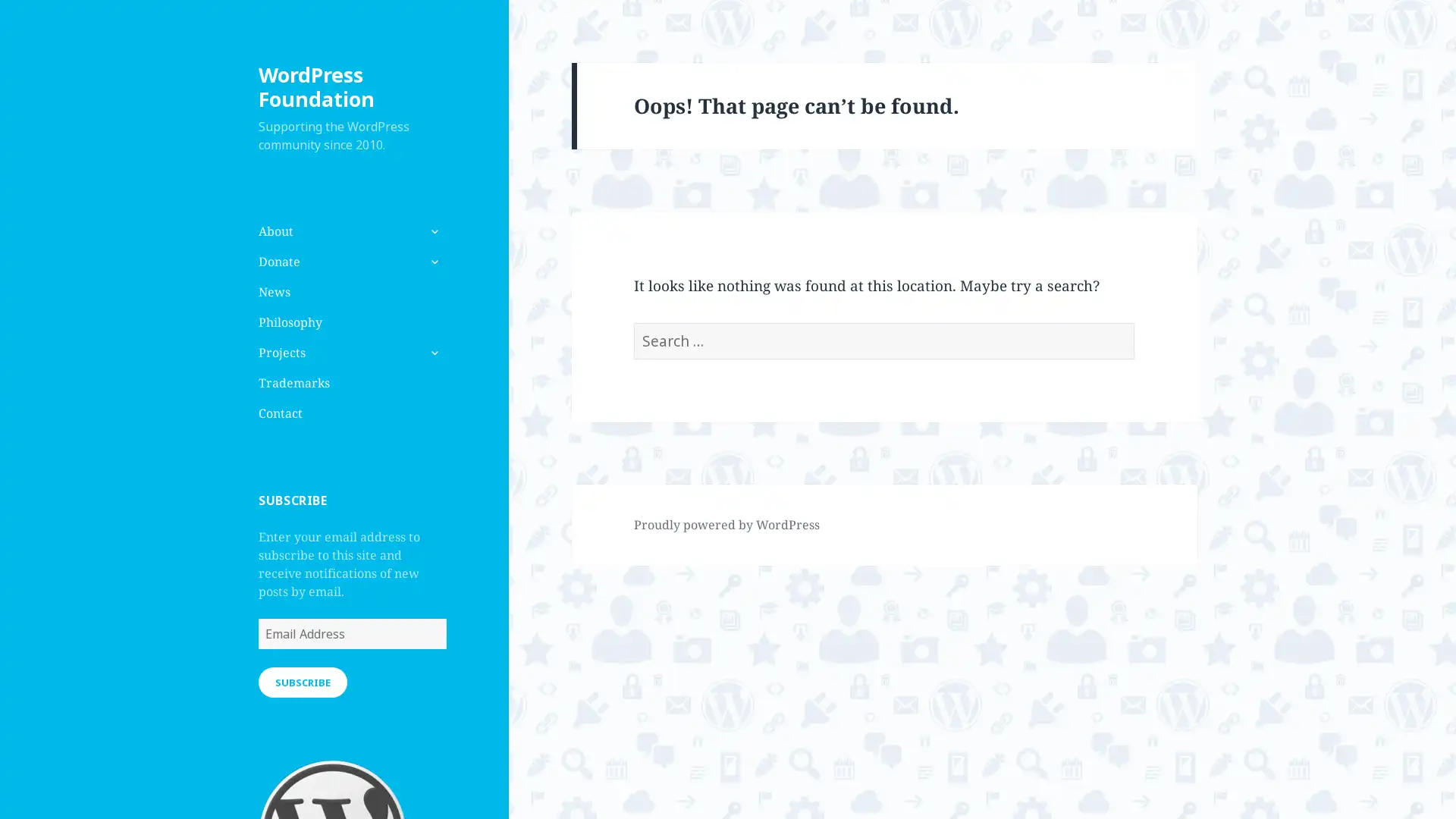  Describe the element at coordinates (432, 260) in the screenshot. I see `expand child menu` at that location.